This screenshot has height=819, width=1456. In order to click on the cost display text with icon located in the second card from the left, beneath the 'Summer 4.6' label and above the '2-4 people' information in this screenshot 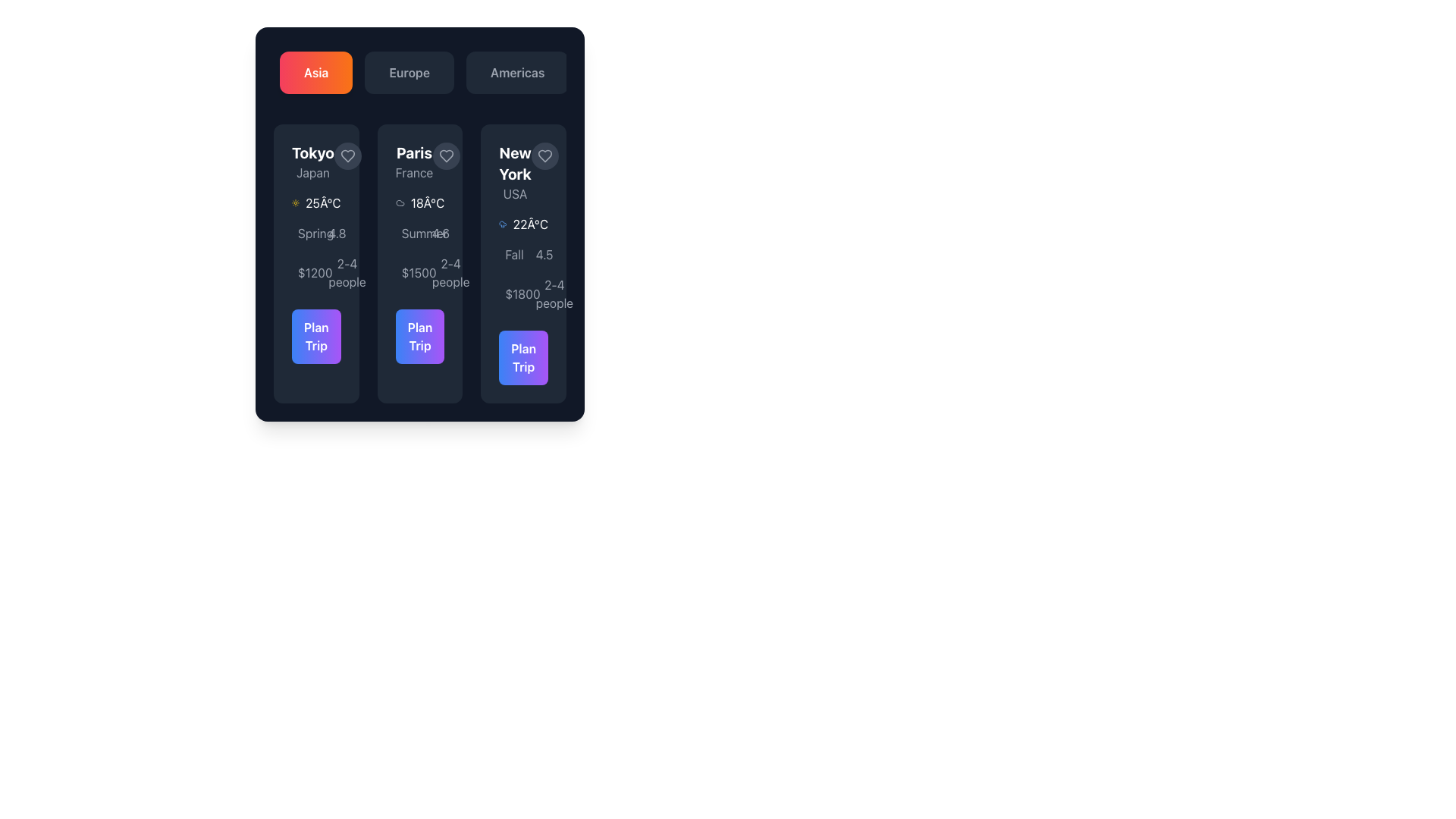, I will do `click(404, 271)`.